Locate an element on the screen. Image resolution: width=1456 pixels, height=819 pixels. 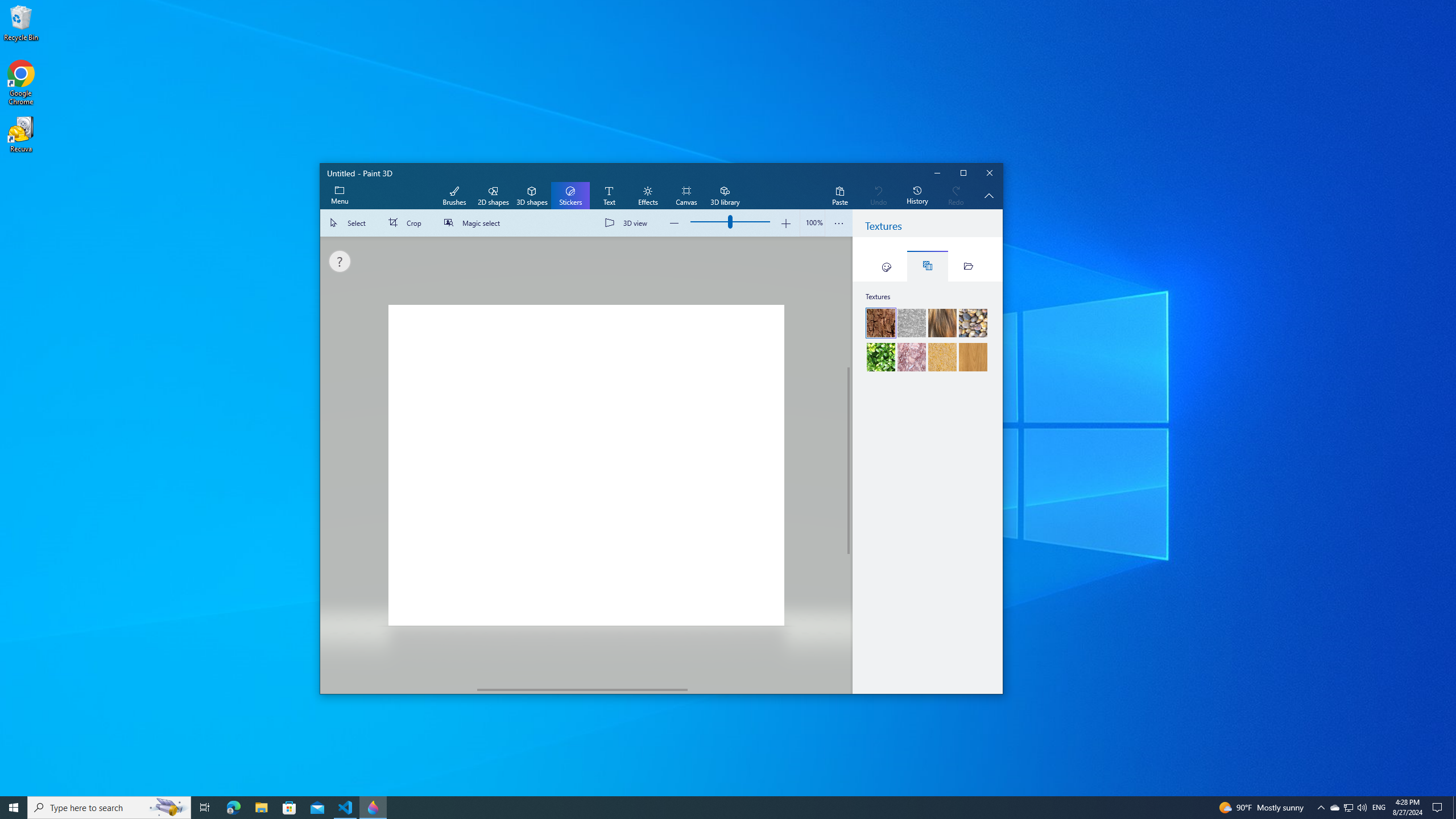
'Magic select' is located at coordinates (474, 222).